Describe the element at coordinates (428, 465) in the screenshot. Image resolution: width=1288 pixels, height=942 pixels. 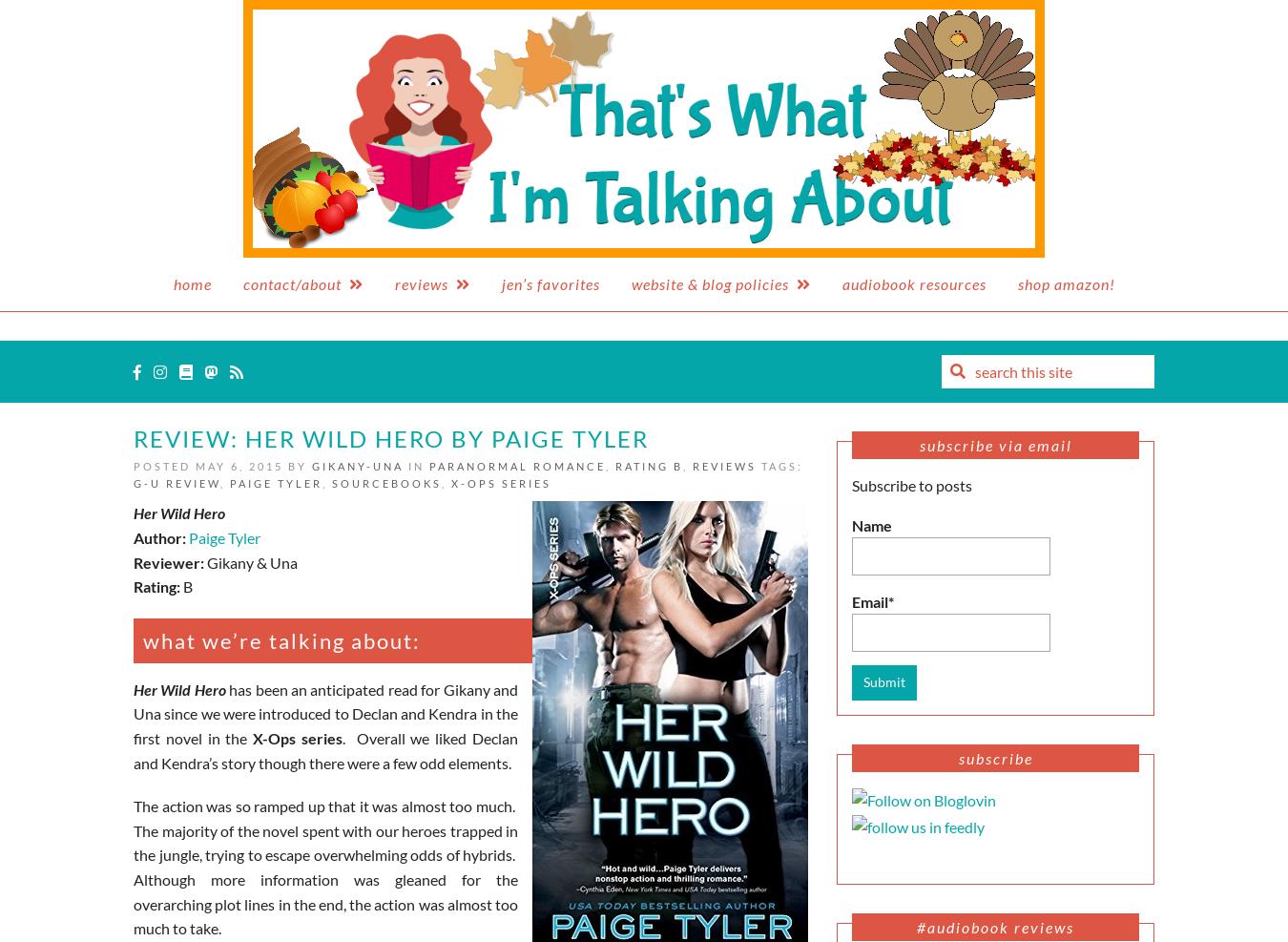
I see `'Paranormal Romance'` at that location.